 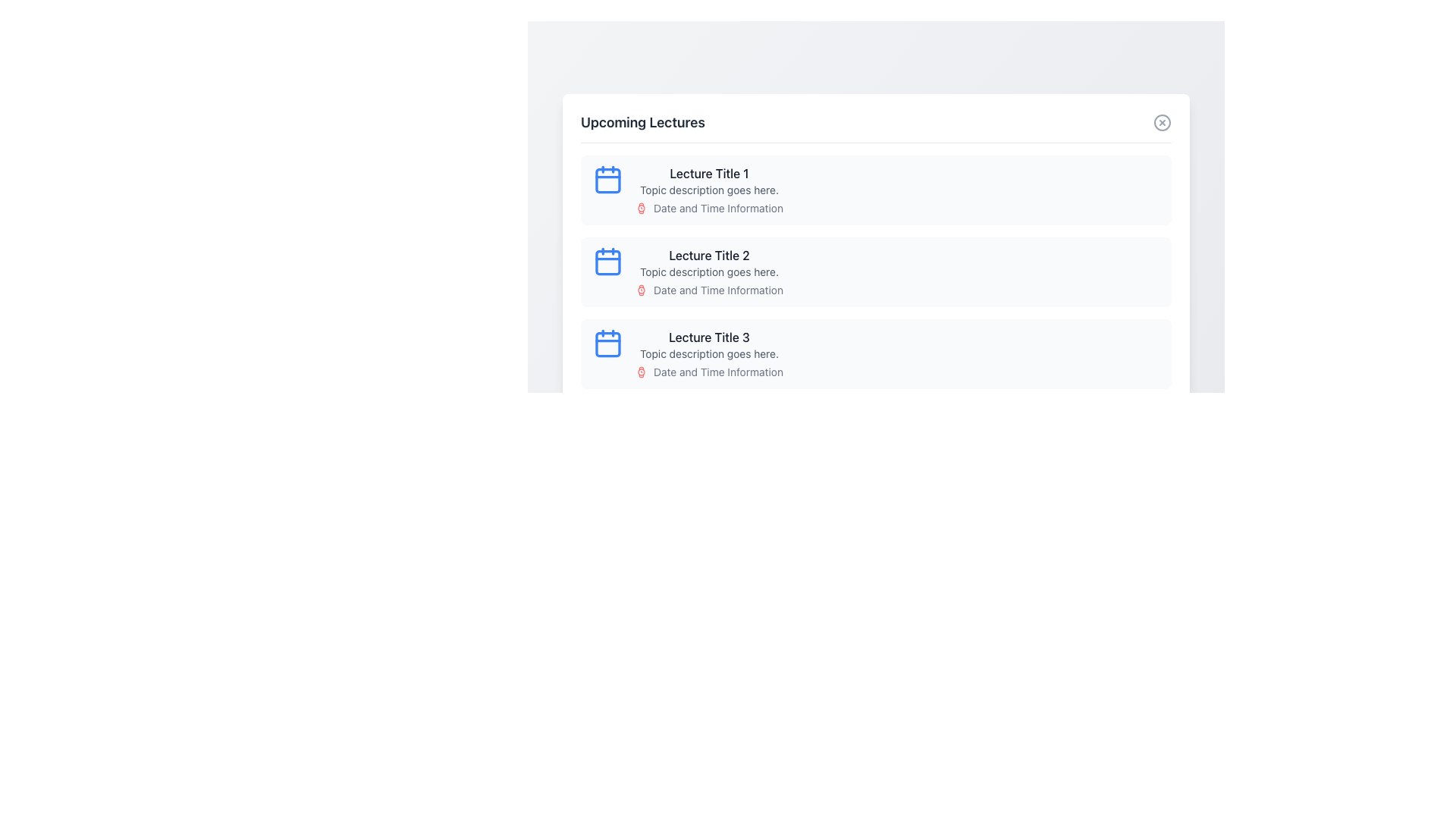 I want to click on the text label that provides information on the date and time of the third lecture, which is located underneath the third lecture title in the vertically stacked list of lectures, so click(x=717, y=372).